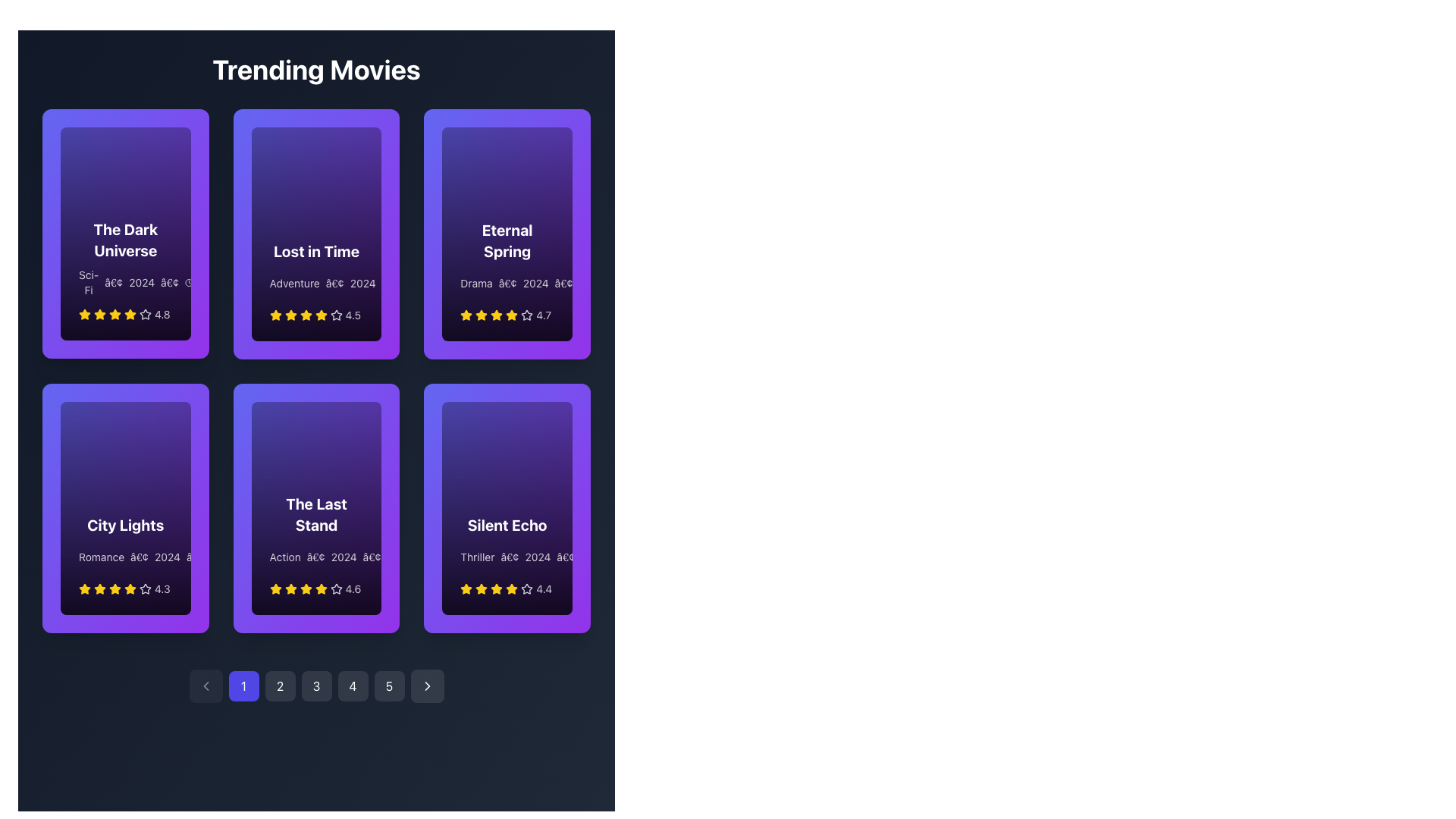 The image size is (1456, 819). What do you see at coordinates (481, 314) in the screenshot?
I see `the second star in the rating system located below the movie title 'Eternal Spring' in the trending movies grid to interact with the rating system` at bounding box center [481, 314].